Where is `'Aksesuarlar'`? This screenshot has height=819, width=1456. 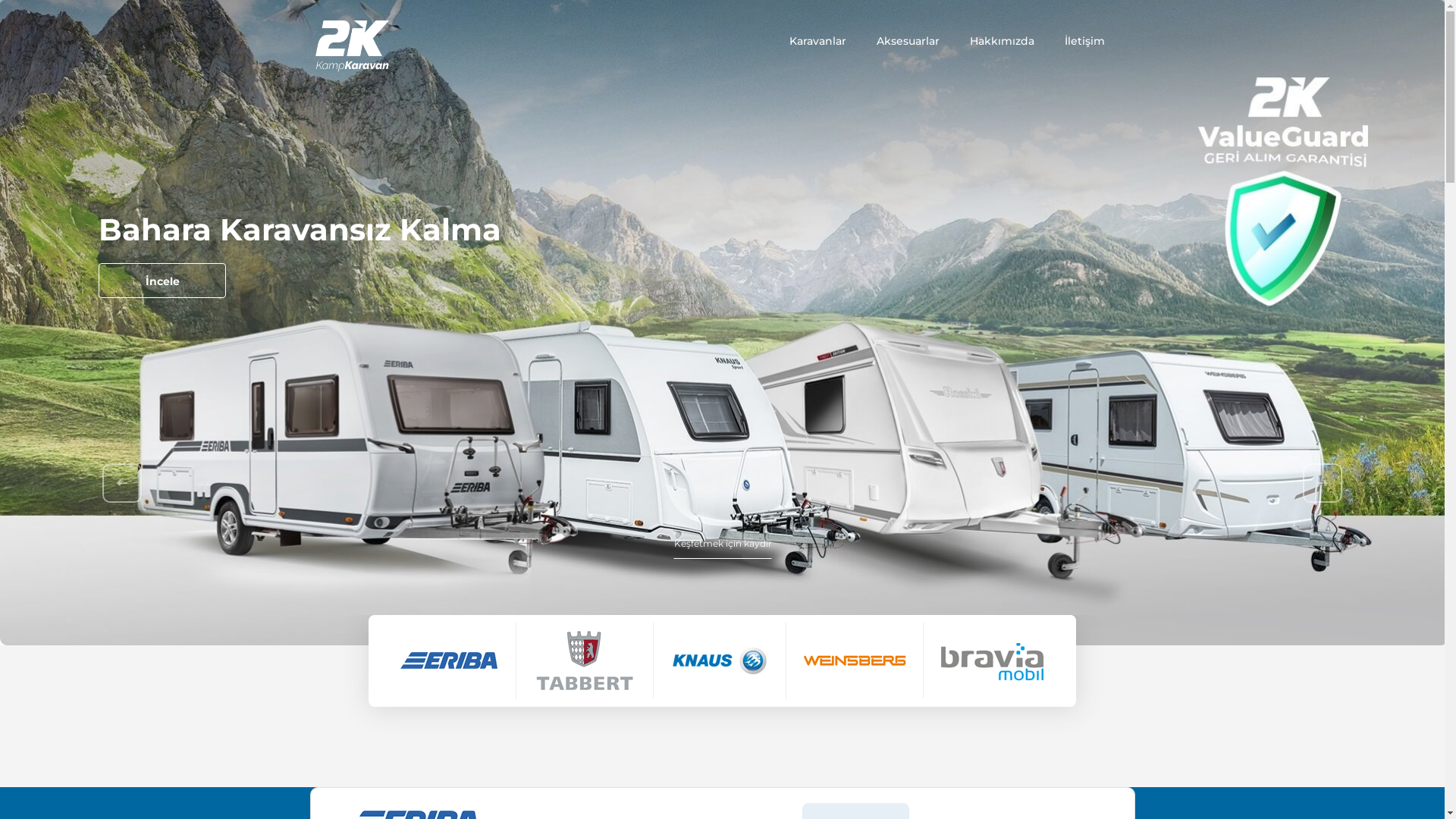
'Aksesuarlar' is located at coordinates (877, 40).